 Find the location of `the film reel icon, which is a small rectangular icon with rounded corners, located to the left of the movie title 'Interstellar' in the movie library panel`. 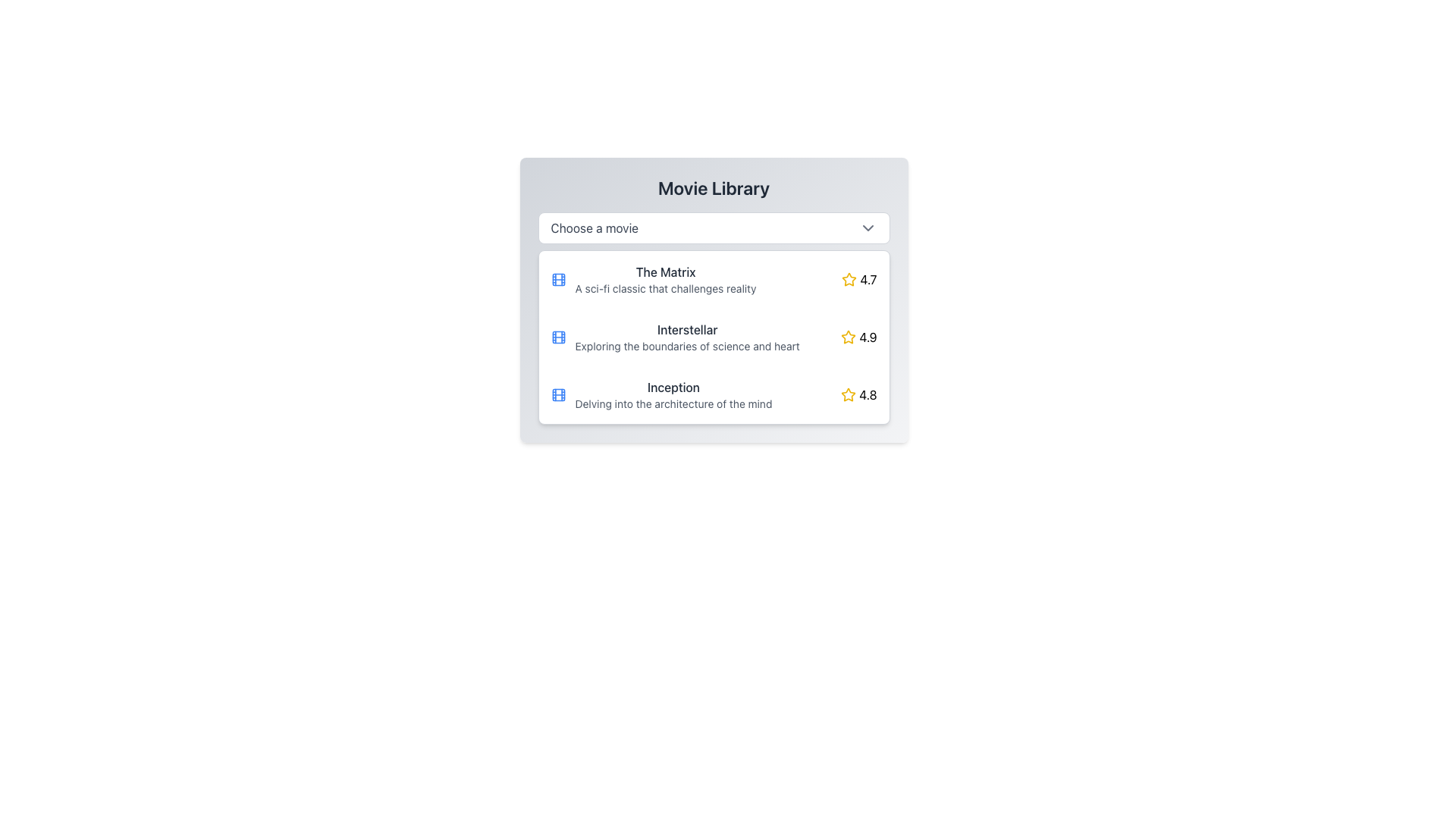

the film reel icon, which is a small rectangular icon with rounded corners, located to the left of the movie title 'Interstellar' in the movie library panel is located at coordinates (557, 336).